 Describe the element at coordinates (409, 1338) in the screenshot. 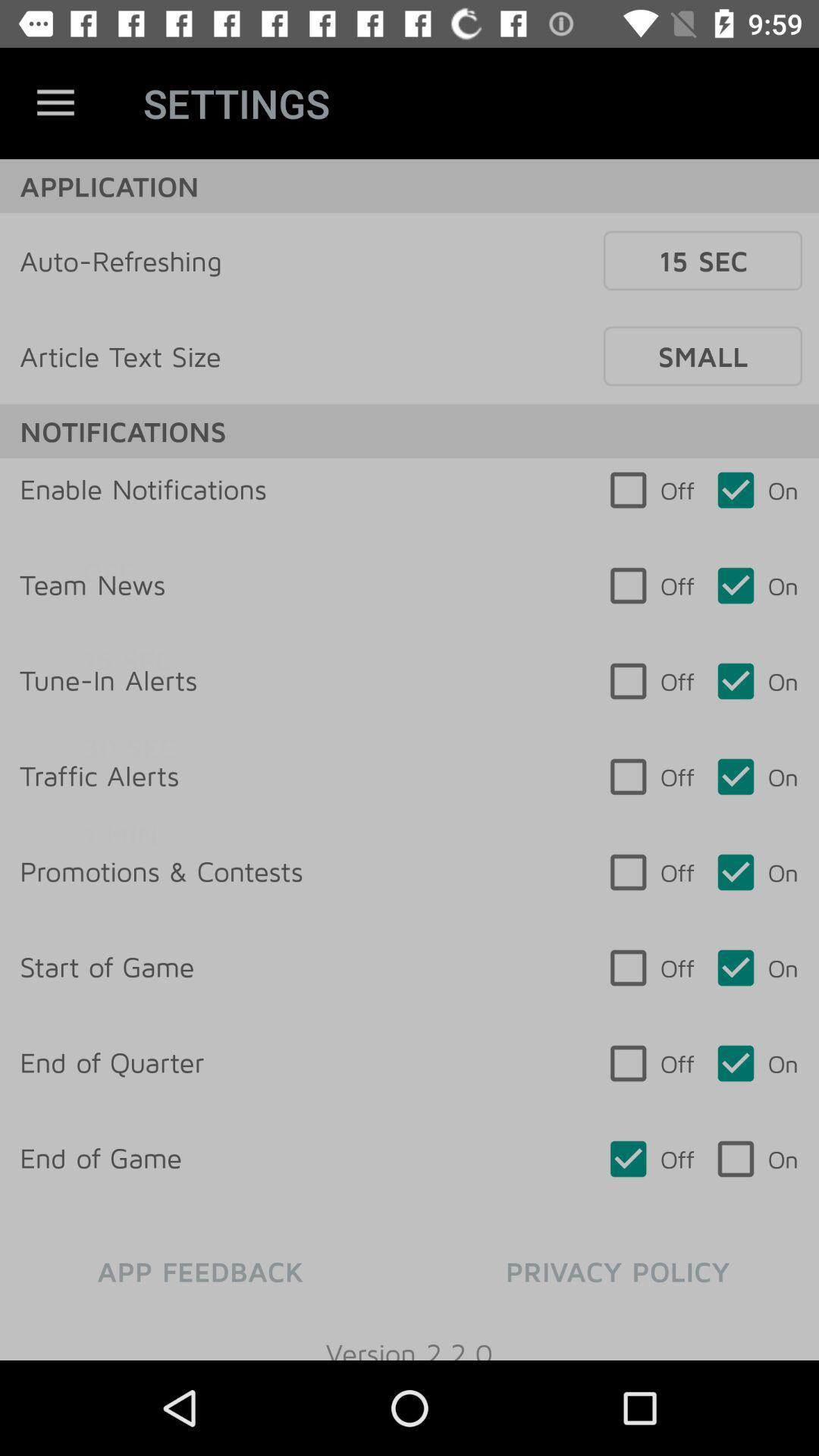

I see `the item below app feedback item` at that location.